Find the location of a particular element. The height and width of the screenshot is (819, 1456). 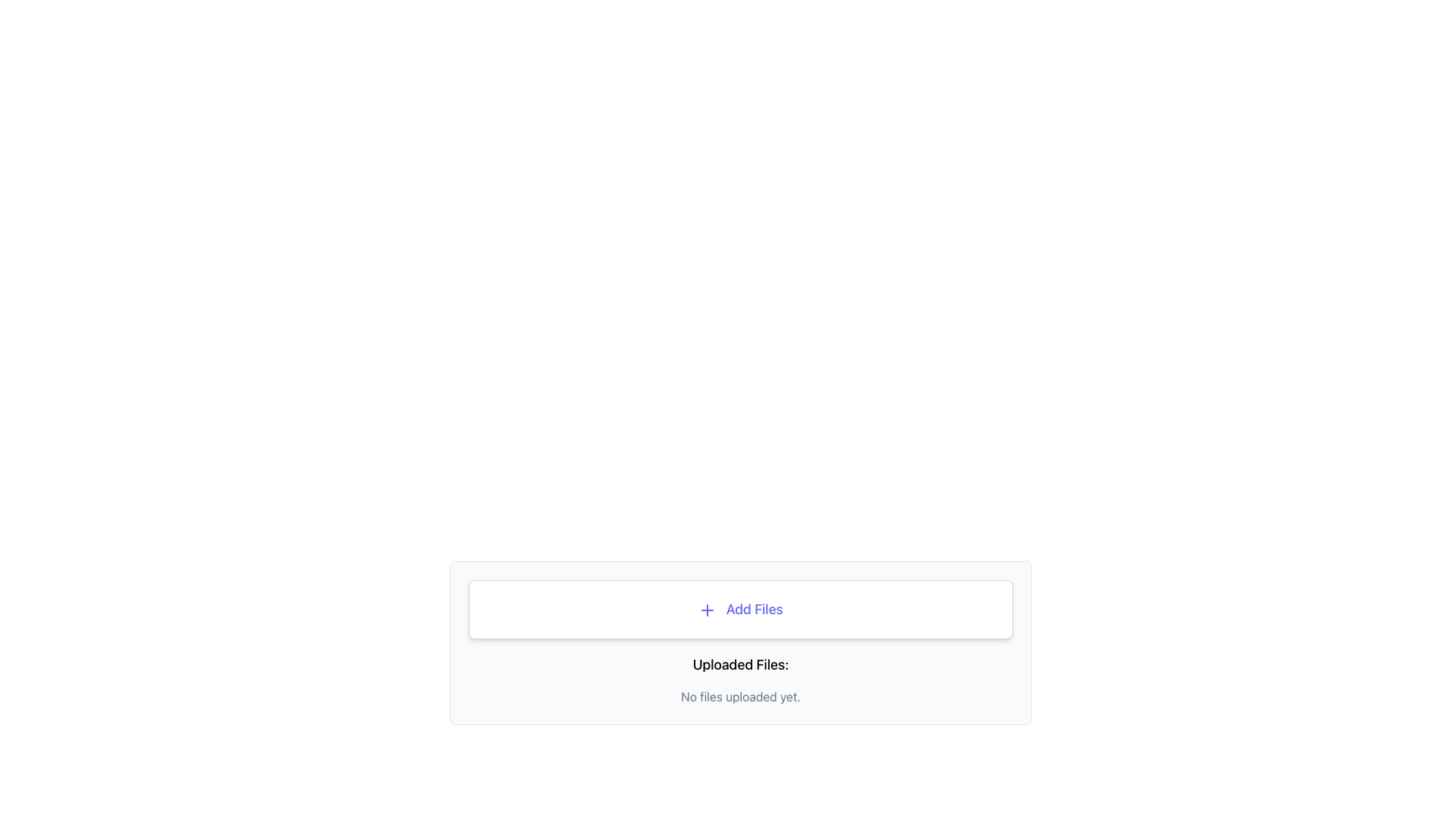

the Clickable text with an icon (Button-like behavior) used for file selection, located within a card above the 'Uploaded Files:' label is located at coordinates (740, 608).